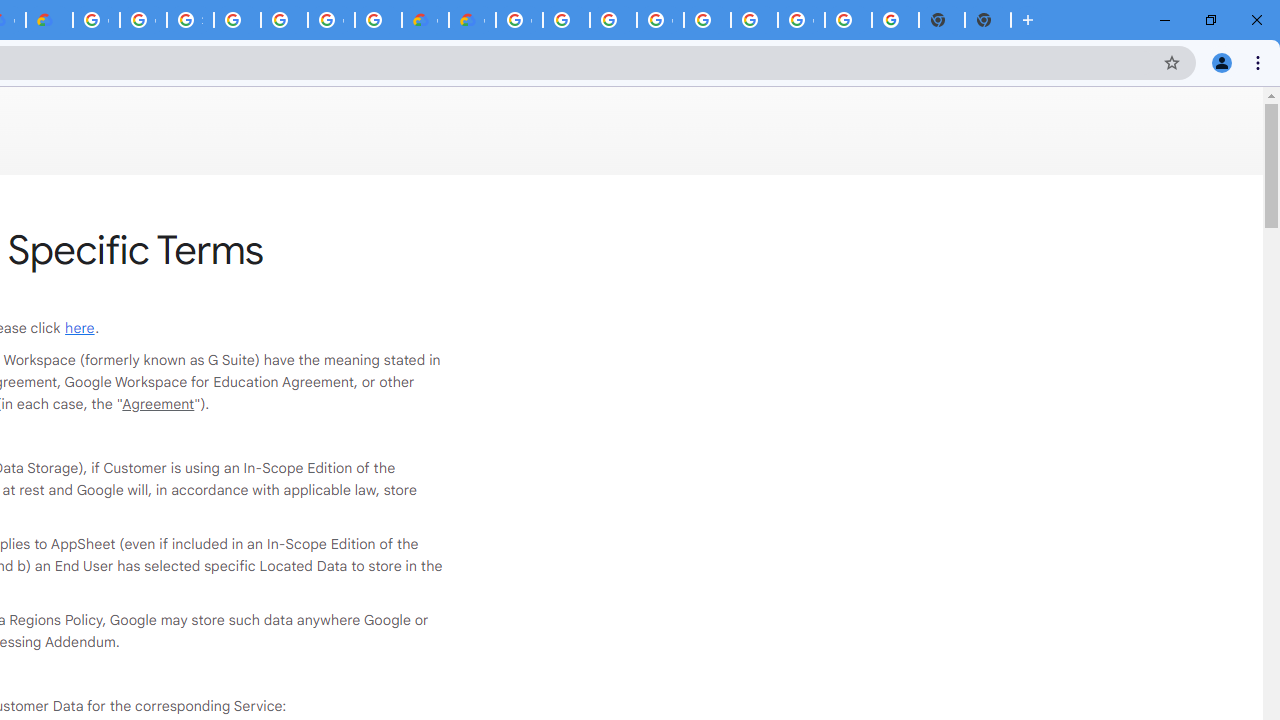 Image resolution: width=1280 pixels, height=720 pixels. Describe the element at coordinates (190, 20) in the screenshot. I see `'Sign in - Google Accounts'` at that location.